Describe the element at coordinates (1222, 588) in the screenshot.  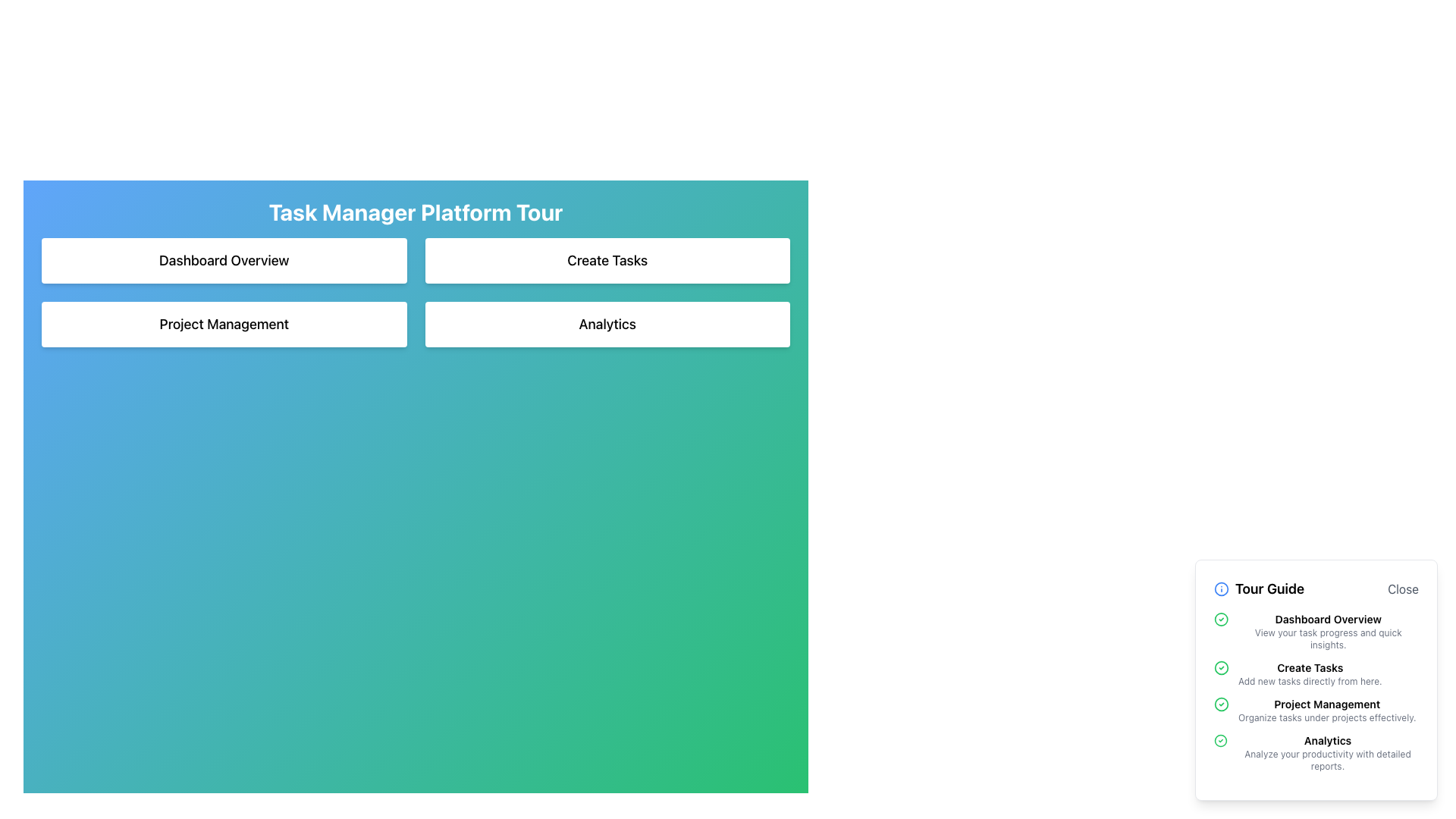
I see `the circular graphical shape that serves as a decorative part of the 'Tour Guide' section, positioned to the left of the 'Tour Guide' title` at that location.